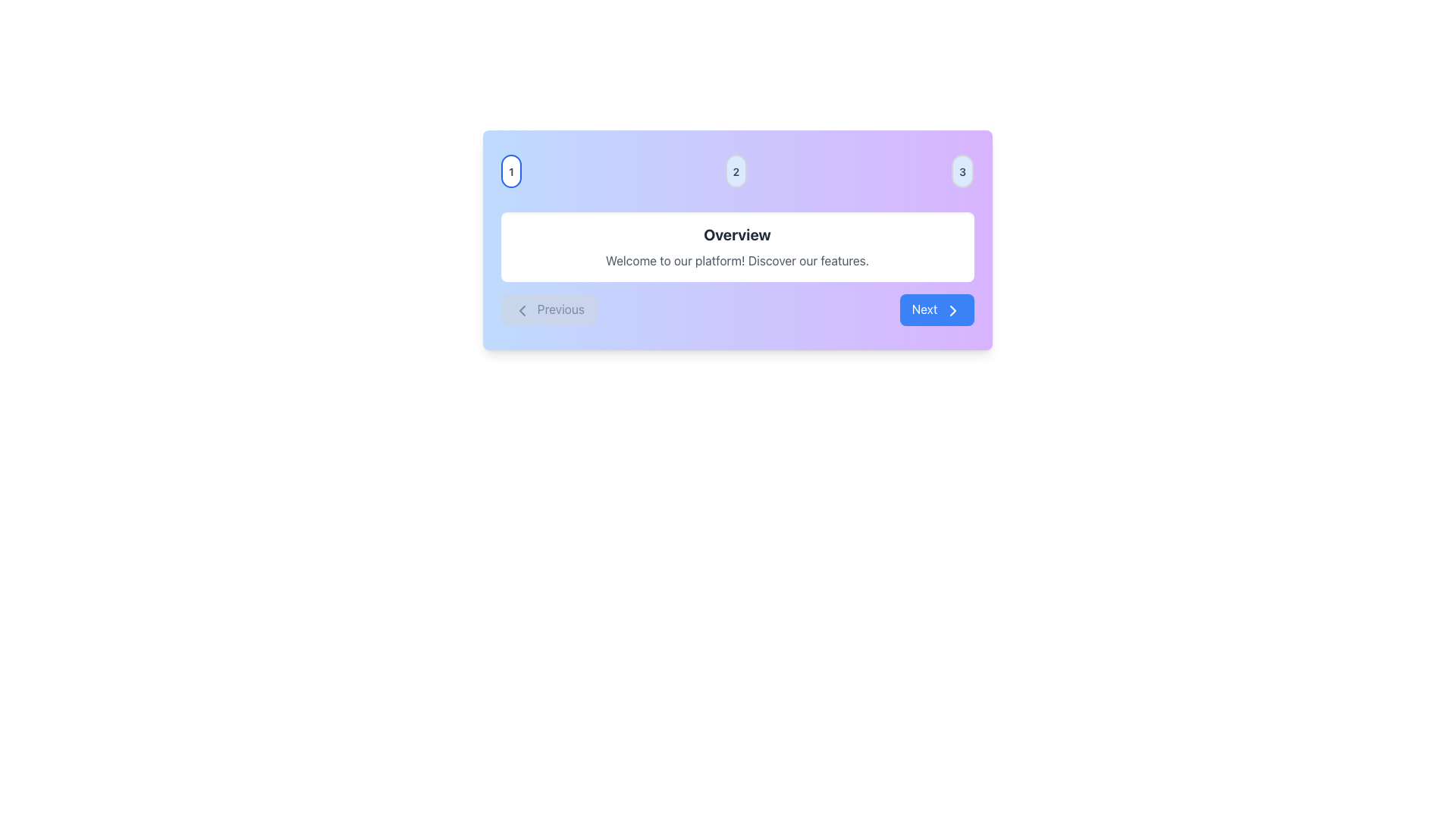  What do you see at coordinates (510, 171) in the screenshot?
I see `the numeral '1' displayed in a small, bold font and gray color, located in the center of the leftmost rounded button in the horizontal navigation bar` at bounding box center [510, 171].